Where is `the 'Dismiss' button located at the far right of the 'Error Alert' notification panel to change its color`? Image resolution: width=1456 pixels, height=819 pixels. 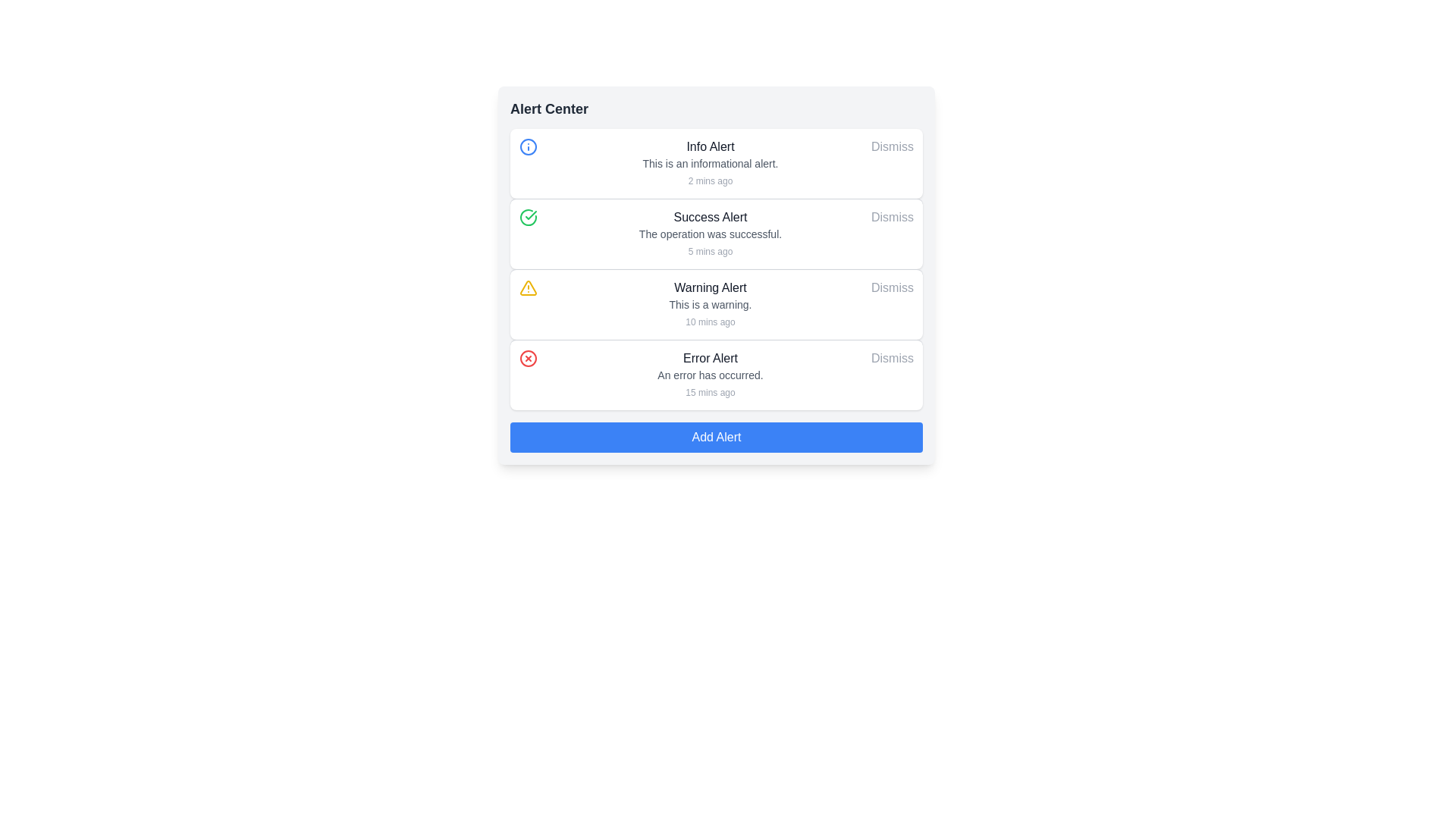
the 'Dismiss' button located at the far right of the 'Error Alert' notification panel to change its color is located at coordinates (892, 359).